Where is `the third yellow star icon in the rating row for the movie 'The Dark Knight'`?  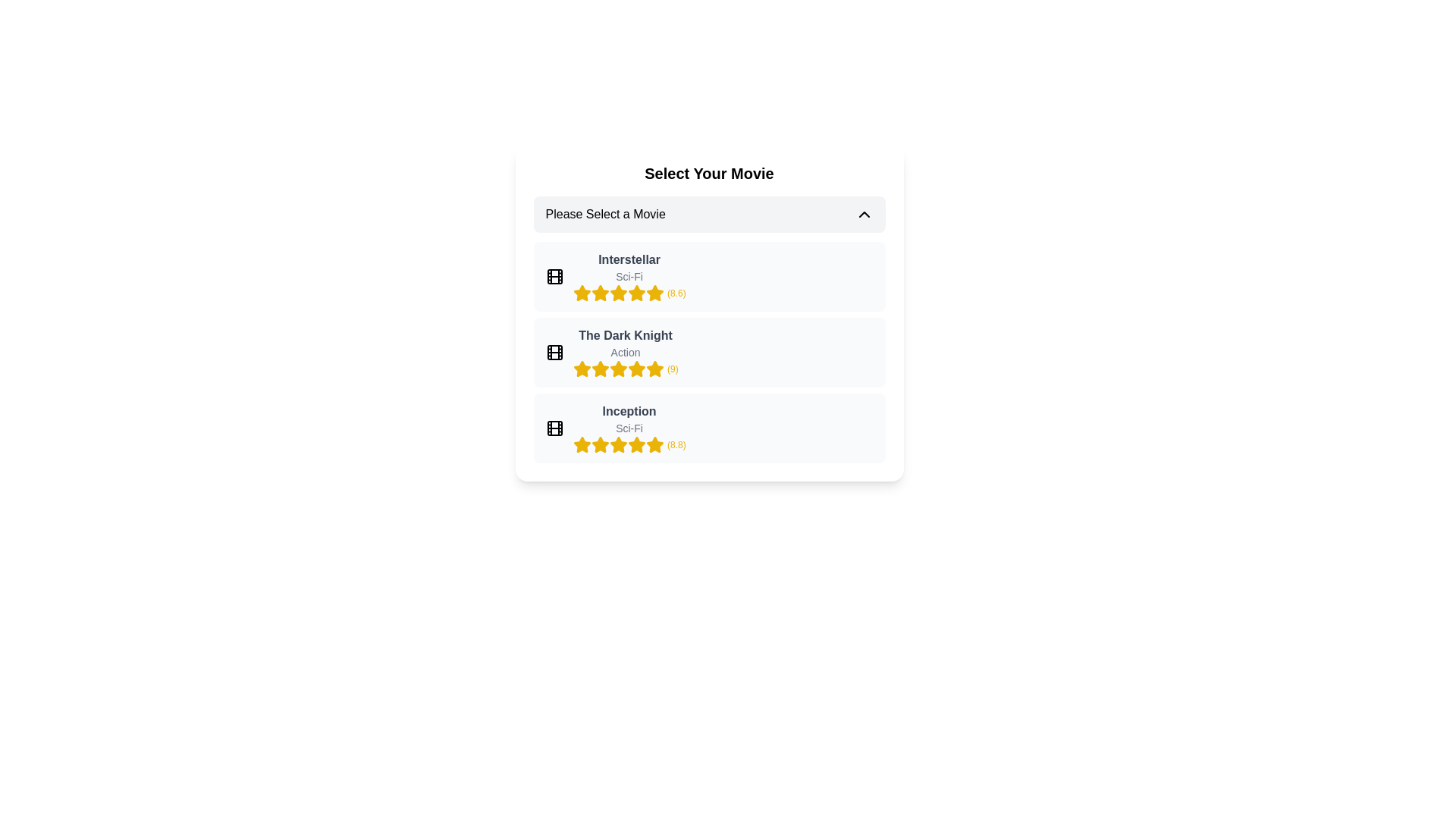 the third yellow star icon in the rating row for the movie 'The Dark Knight' is located at coordinates (618, 369).